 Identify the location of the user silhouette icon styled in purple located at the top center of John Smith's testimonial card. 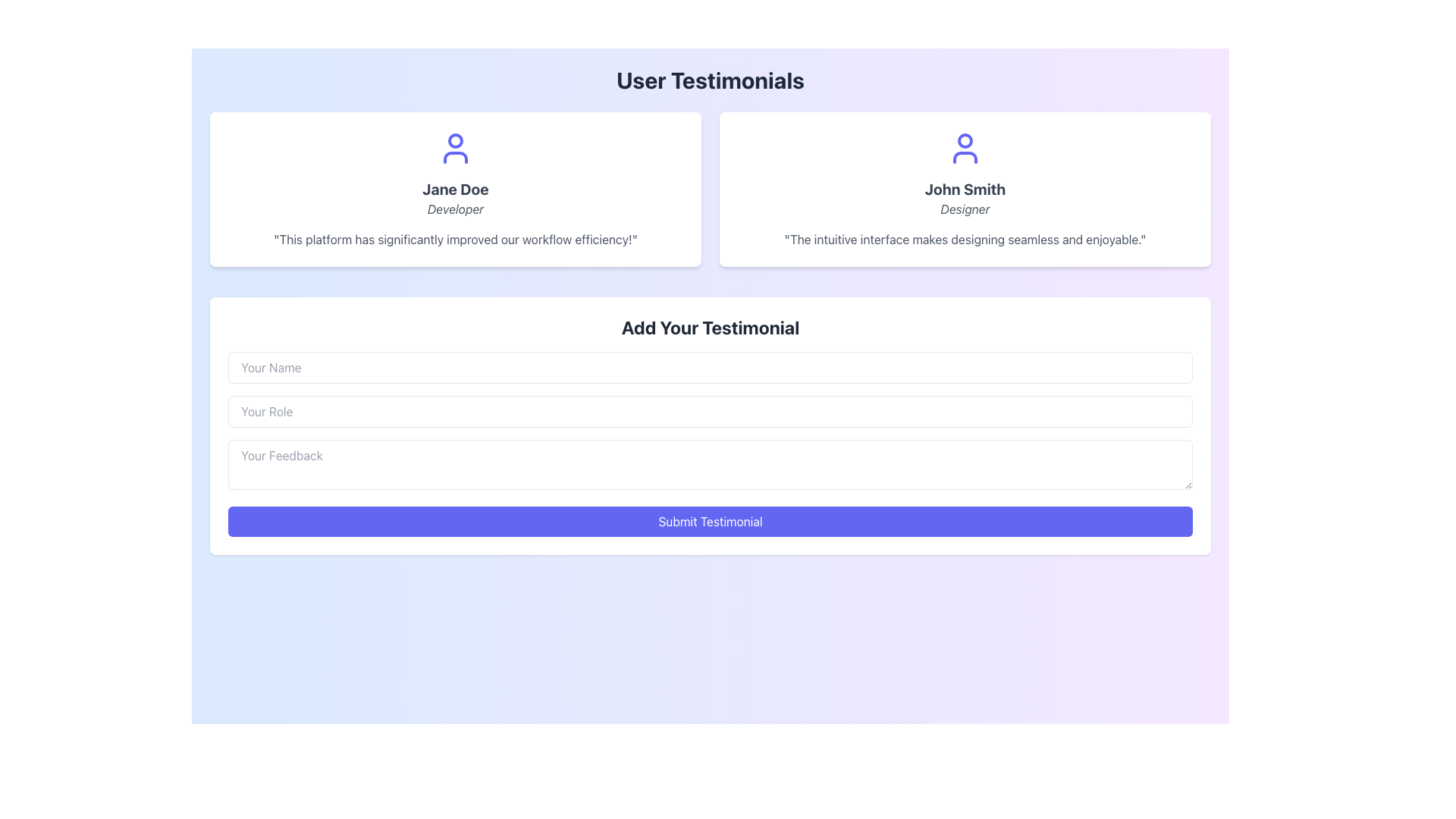
(964, 149).